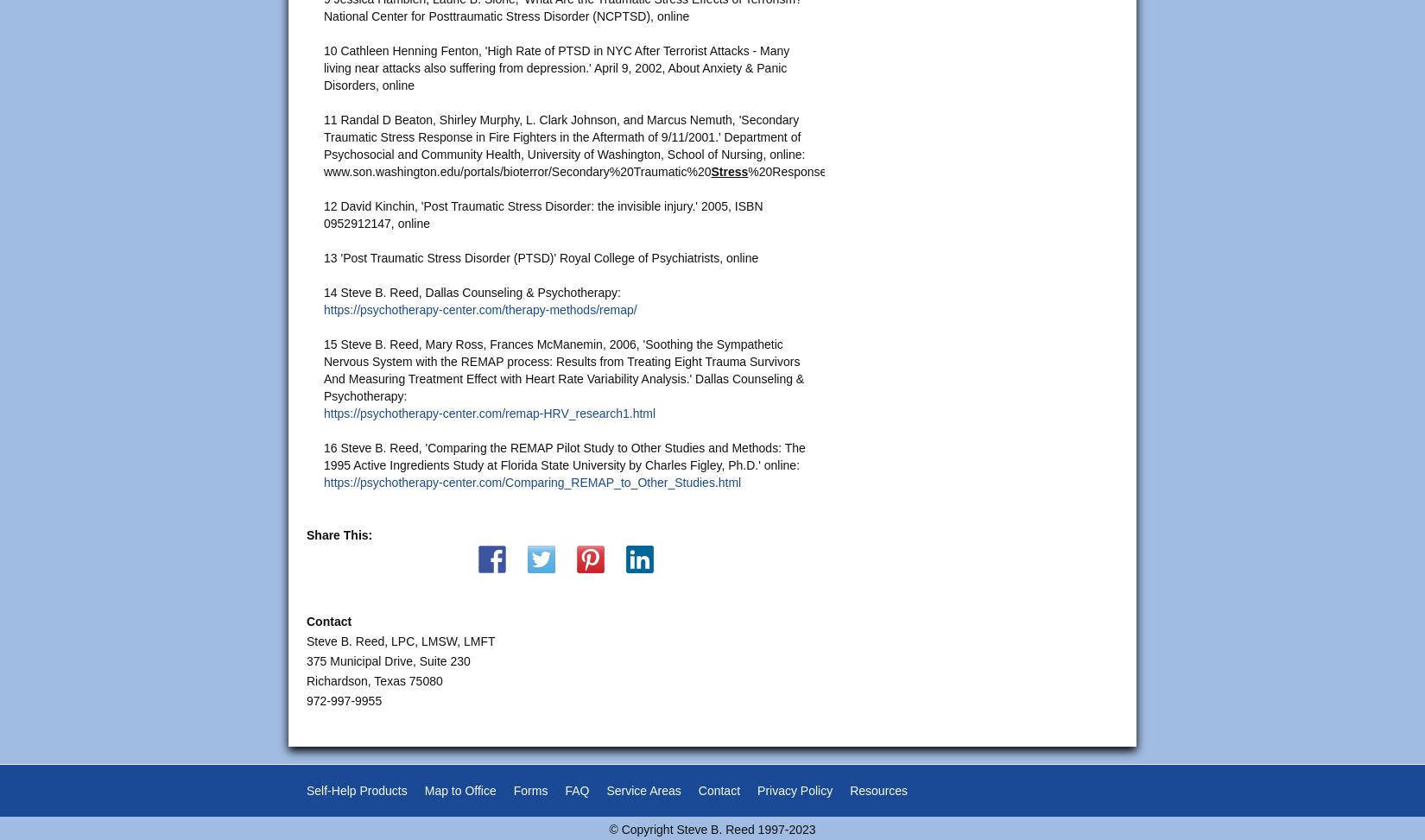 The width and height of the screenshot is (1425, 840). Describe the element at coordinates (399, 641) in the screenshot. I see `'Steve B. Reed, LPC, LMSW, LMFT'` at that location.